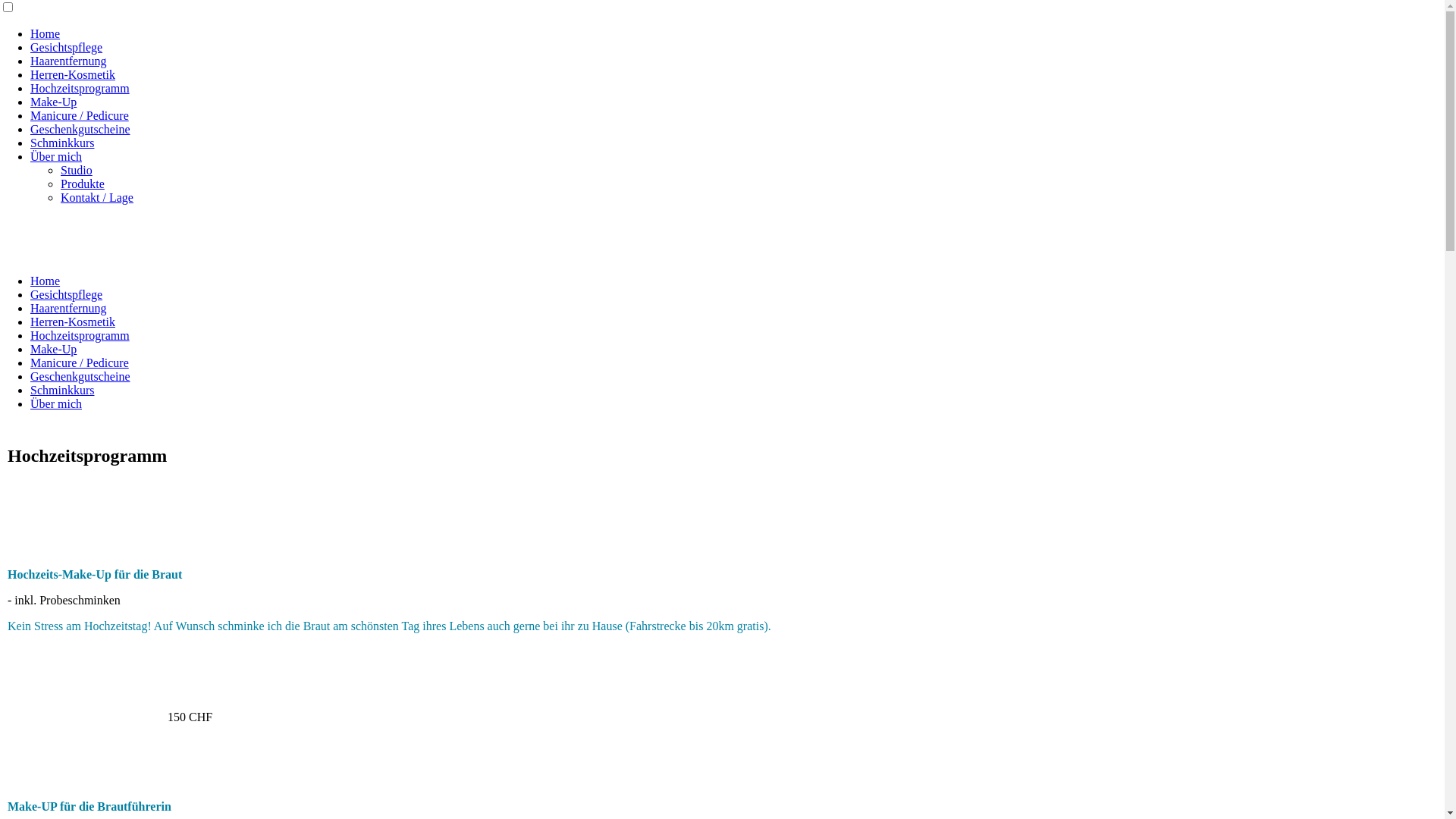  I want to click on 'Studio', so click(75, 170).